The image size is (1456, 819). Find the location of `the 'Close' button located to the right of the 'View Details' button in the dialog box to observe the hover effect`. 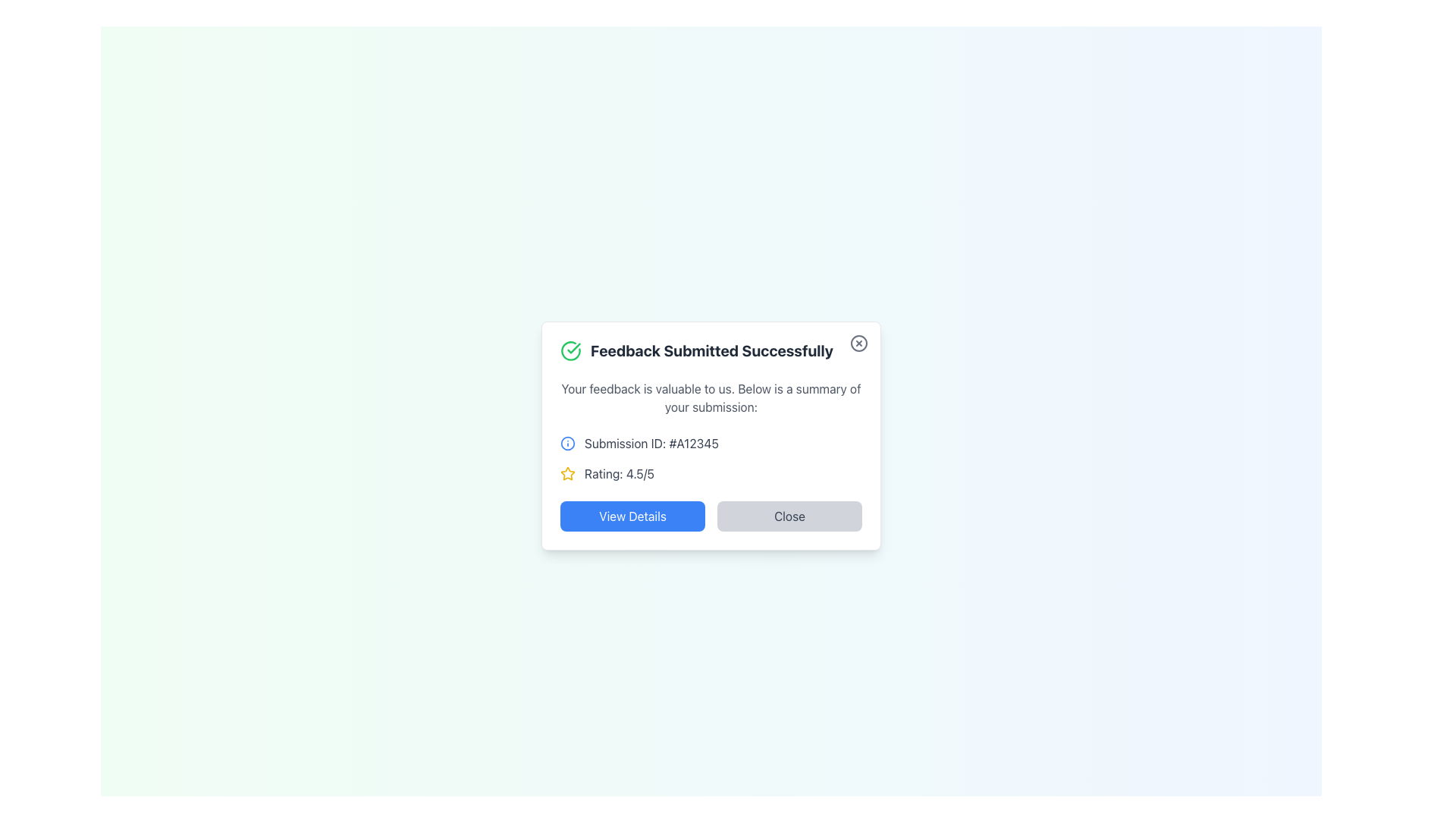

the 'Close' button located to the right of the 'View Details' button in the dialog box to observe the hover effect is located at coordinates (789, 516).